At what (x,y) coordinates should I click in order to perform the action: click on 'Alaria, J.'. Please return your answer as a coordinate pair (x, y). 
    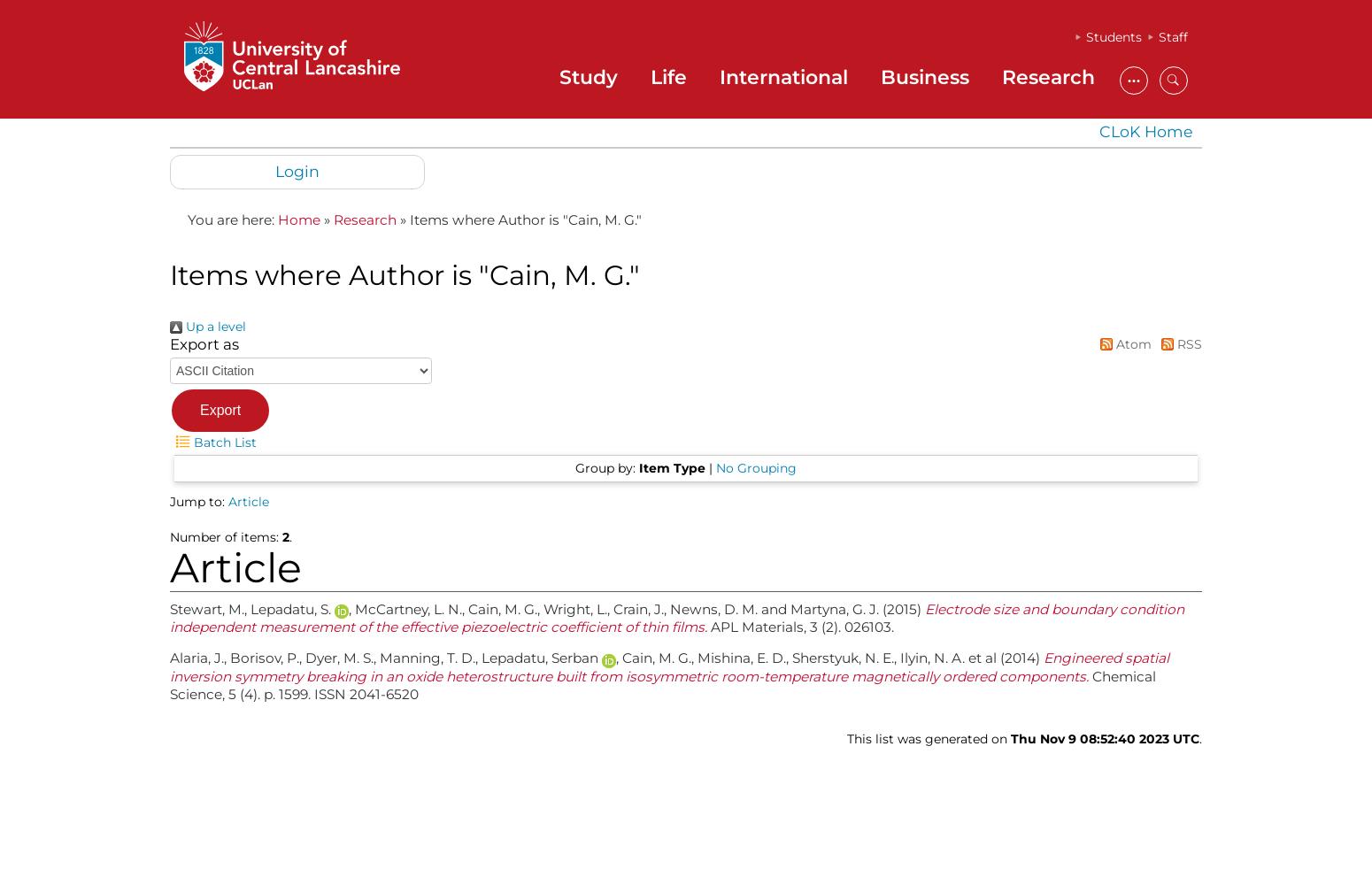
    Looking at the image, I should click on (196, 657).